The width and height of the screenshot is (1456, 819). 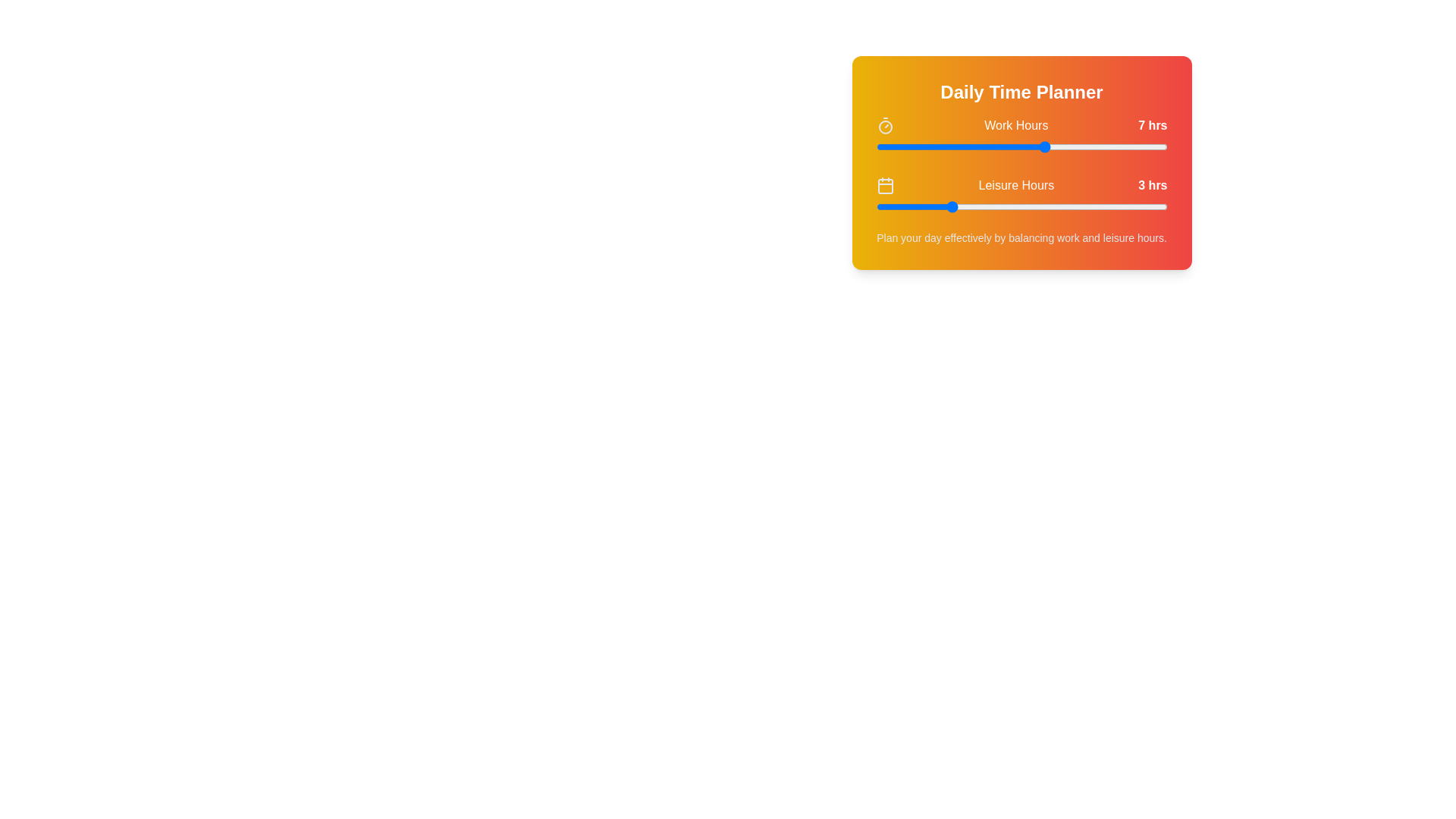 I want to click on work hours, so click(x=1143, y=146).